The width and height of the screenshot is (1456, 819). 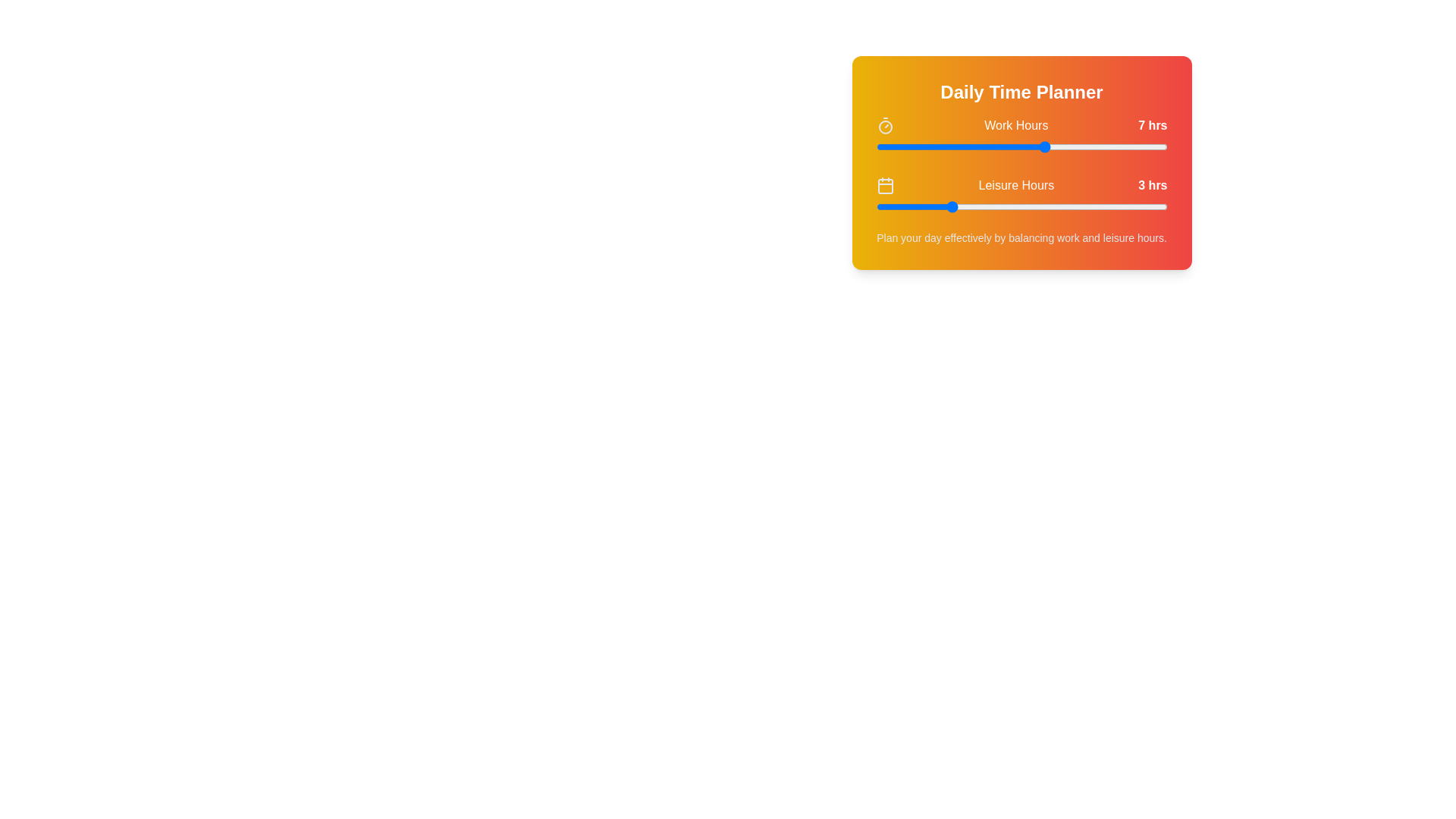 I want to click on work hours, so click(x=1143, y=146).